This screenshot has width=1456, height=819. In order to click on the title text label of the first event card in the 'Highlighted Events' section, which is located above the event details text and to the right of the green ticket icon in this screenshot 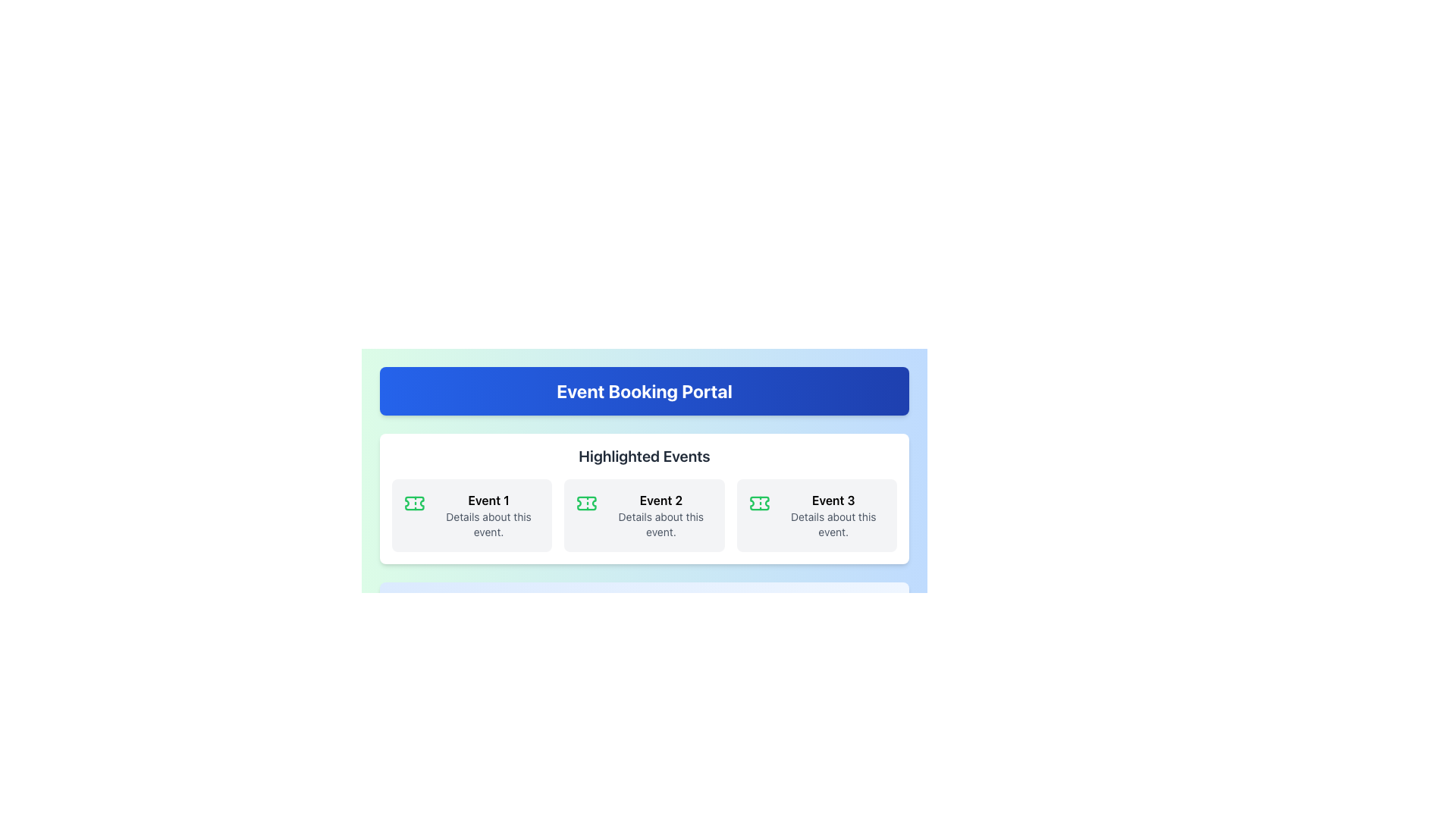, I will do `click(488, 500)`.